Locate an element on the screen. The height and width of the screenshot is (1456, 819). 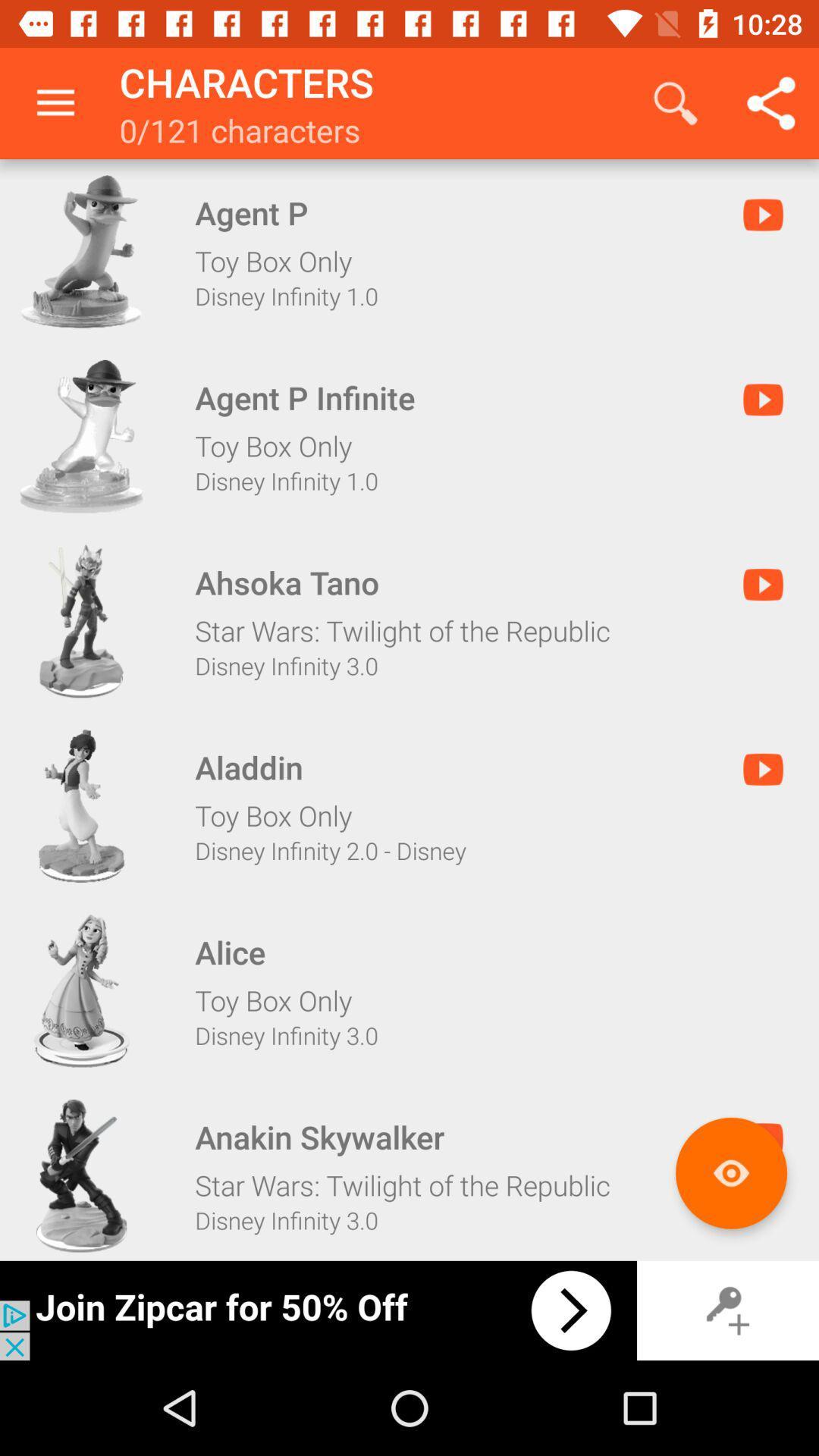
click the agent p infinite is located at coordinates (81, 435).